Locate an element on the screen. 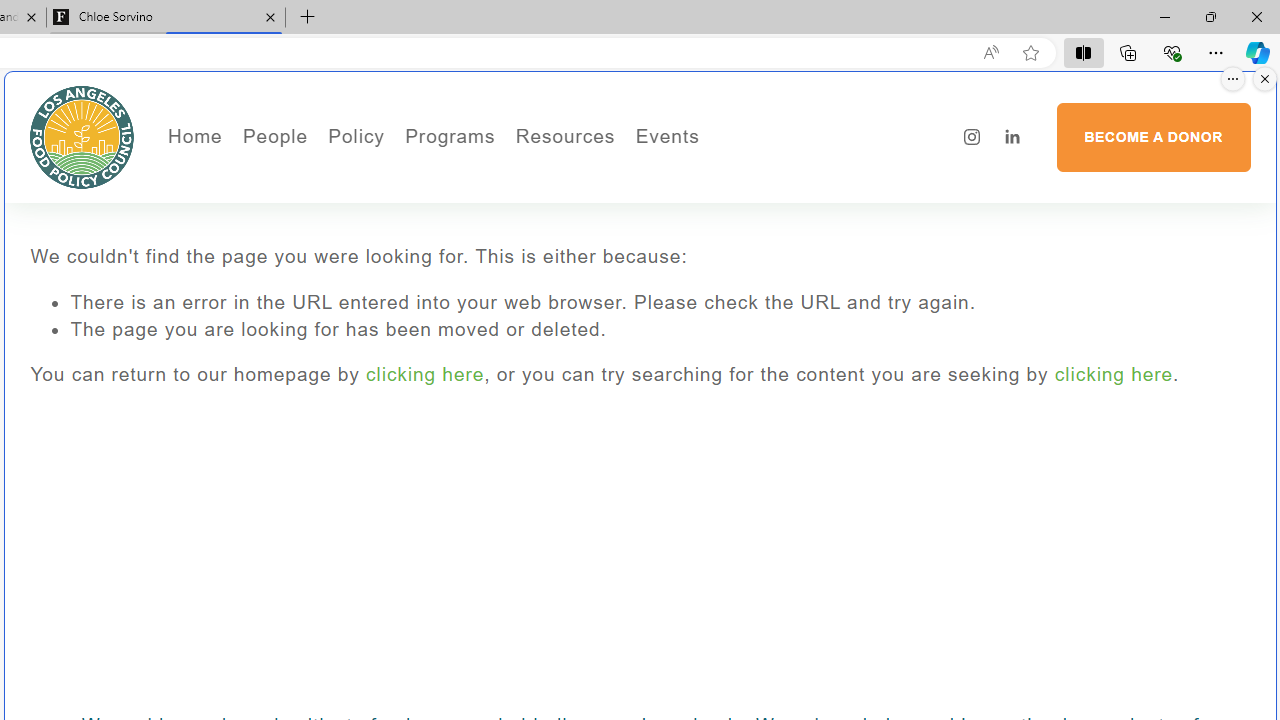  'Healthy Markets LA' is located at coordinates (504, 175).